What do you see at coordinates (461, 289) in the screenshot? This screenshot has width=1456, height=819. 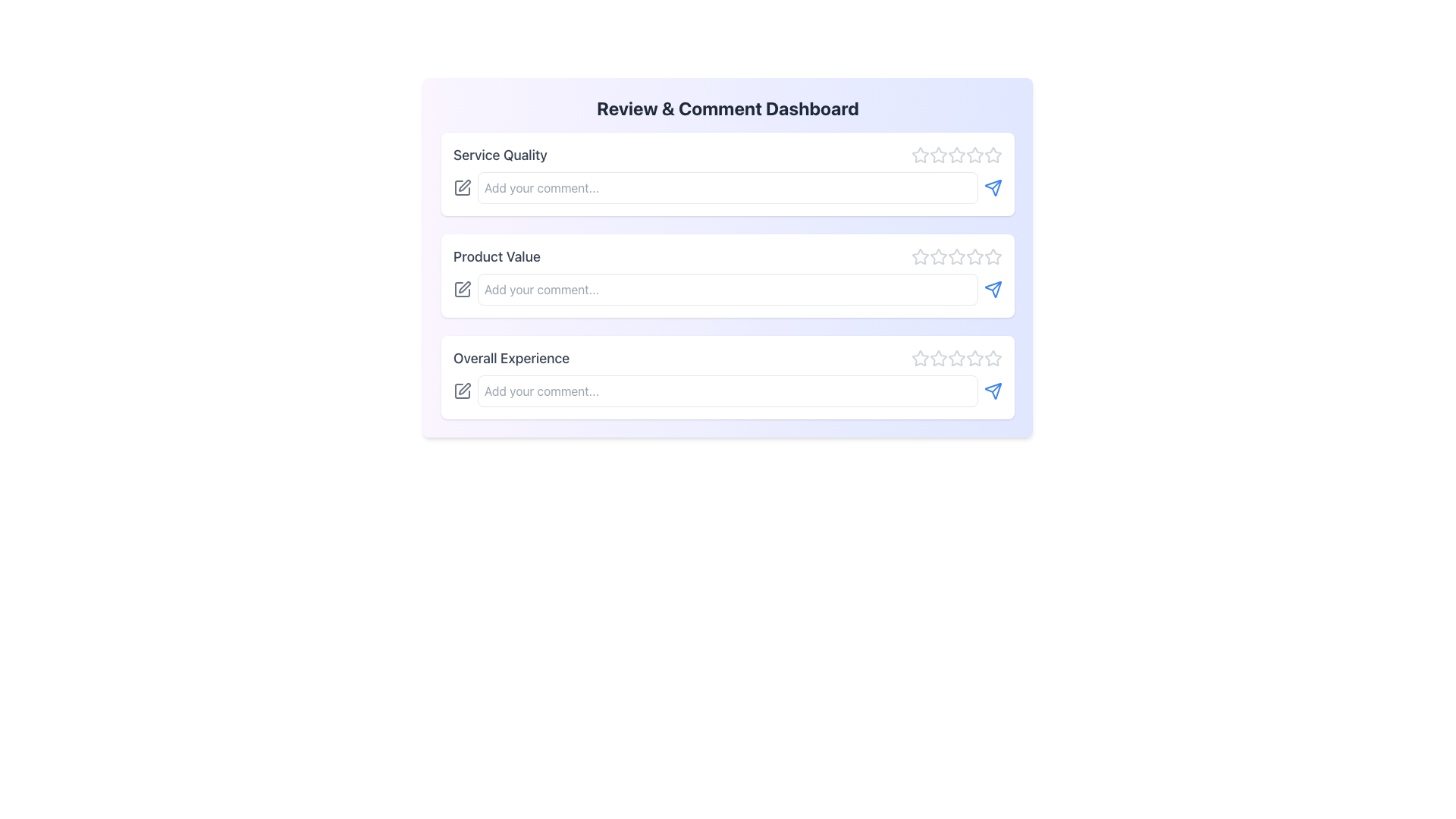 I see `the small gray square icon with a pen symbol, located to the left of the input field in the 'Product Value' comment section` at bounding box center [461, 289].